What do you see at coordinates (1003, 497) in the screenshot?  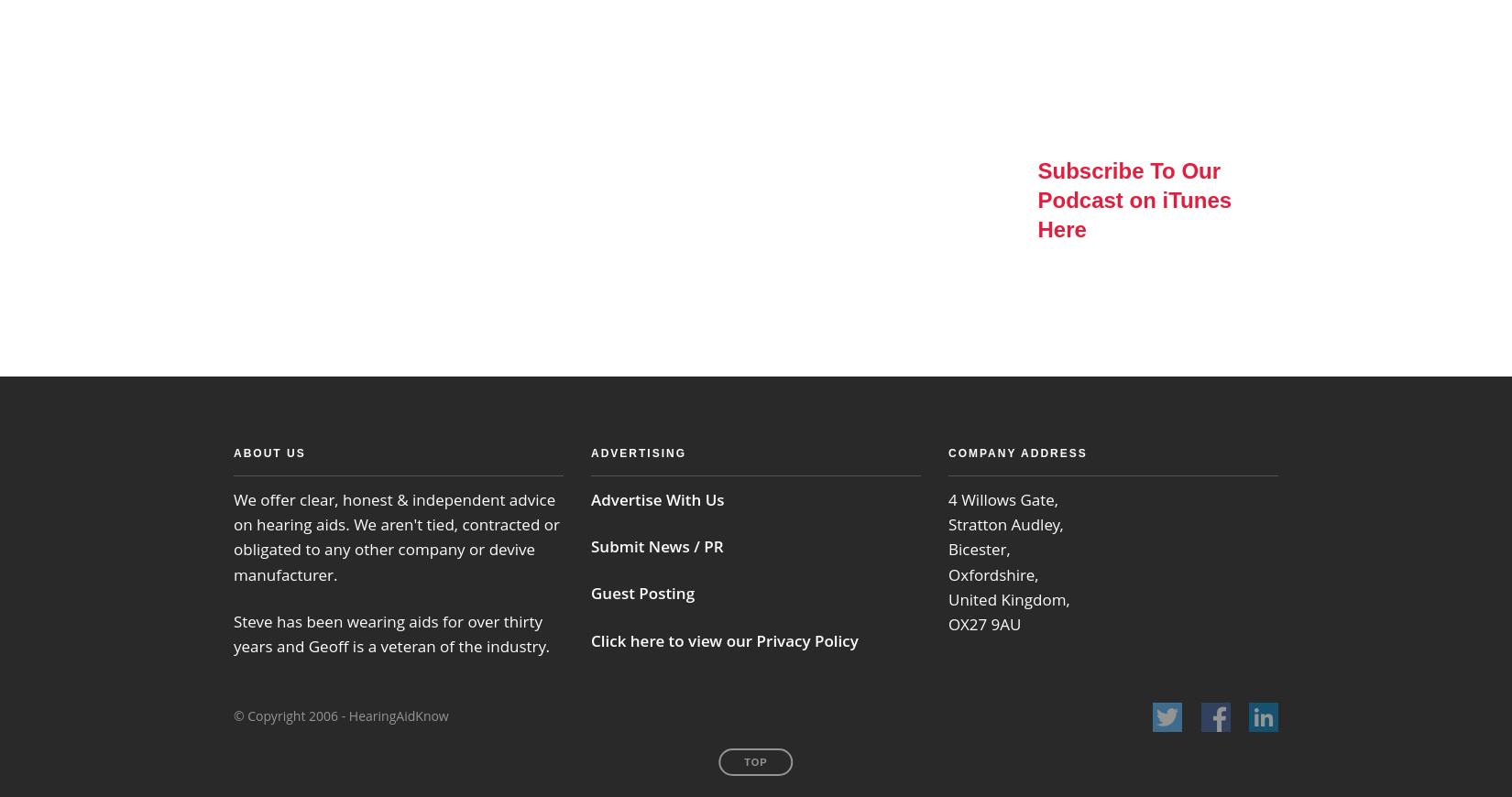 I see `'4 Willows Gate,'` at bounding box center [1003, 497].